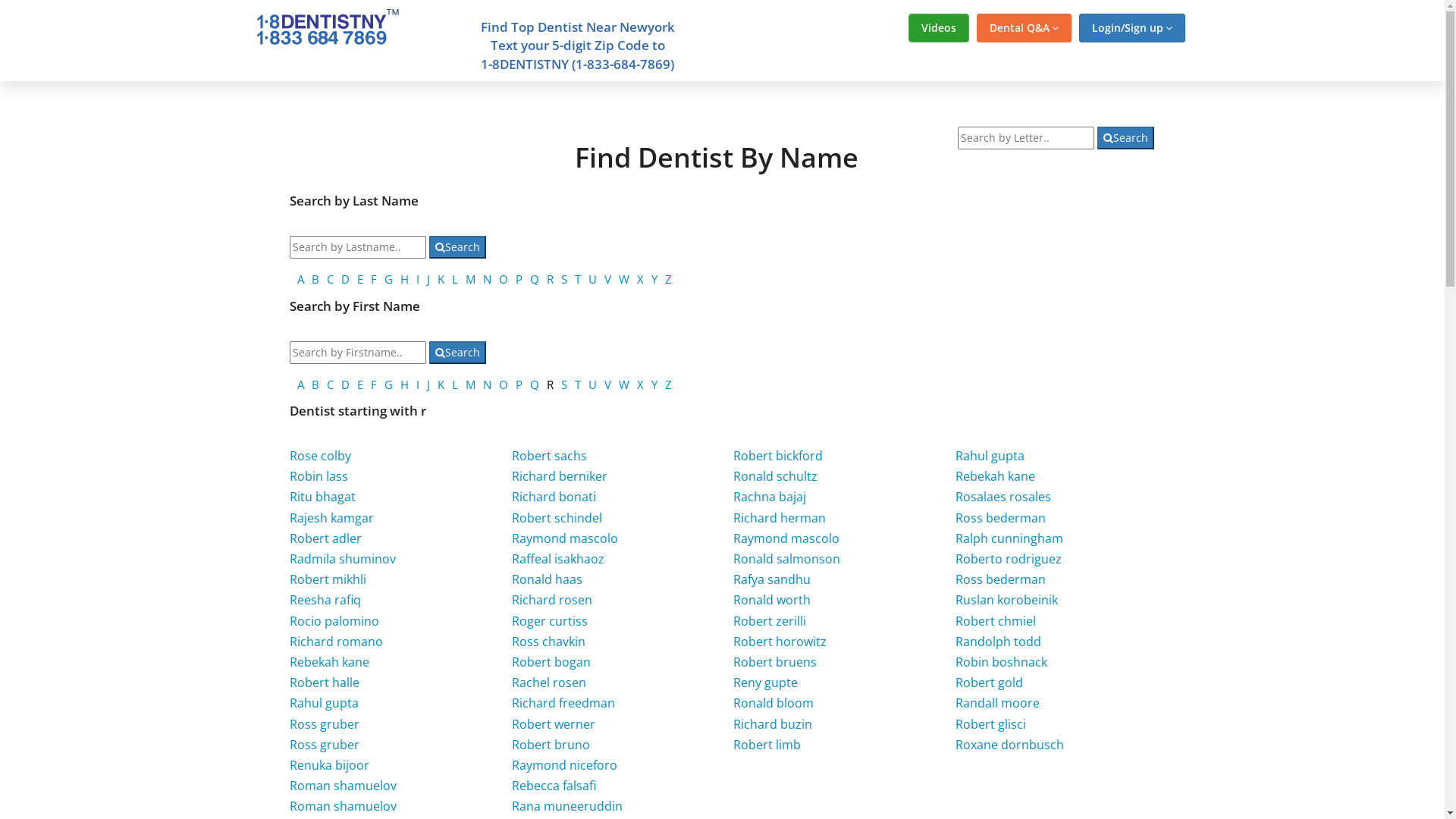  I want to click on 'R', so click(546, 278).